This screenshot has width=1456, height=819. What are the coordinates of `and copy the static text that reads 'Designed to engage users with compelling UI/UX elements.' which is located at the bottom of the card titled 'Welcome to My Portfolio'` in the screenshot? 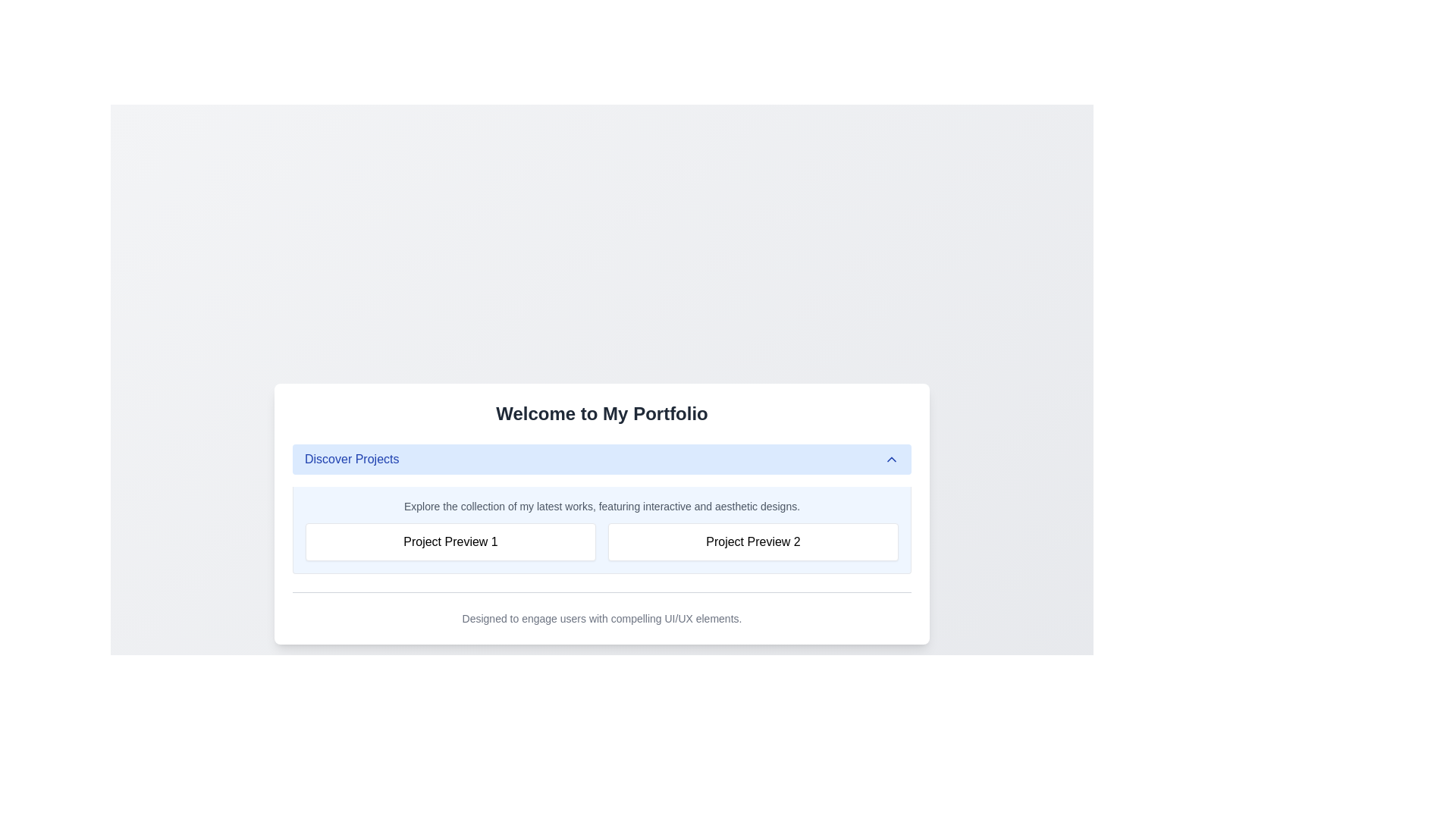 It's located at (601, 619).